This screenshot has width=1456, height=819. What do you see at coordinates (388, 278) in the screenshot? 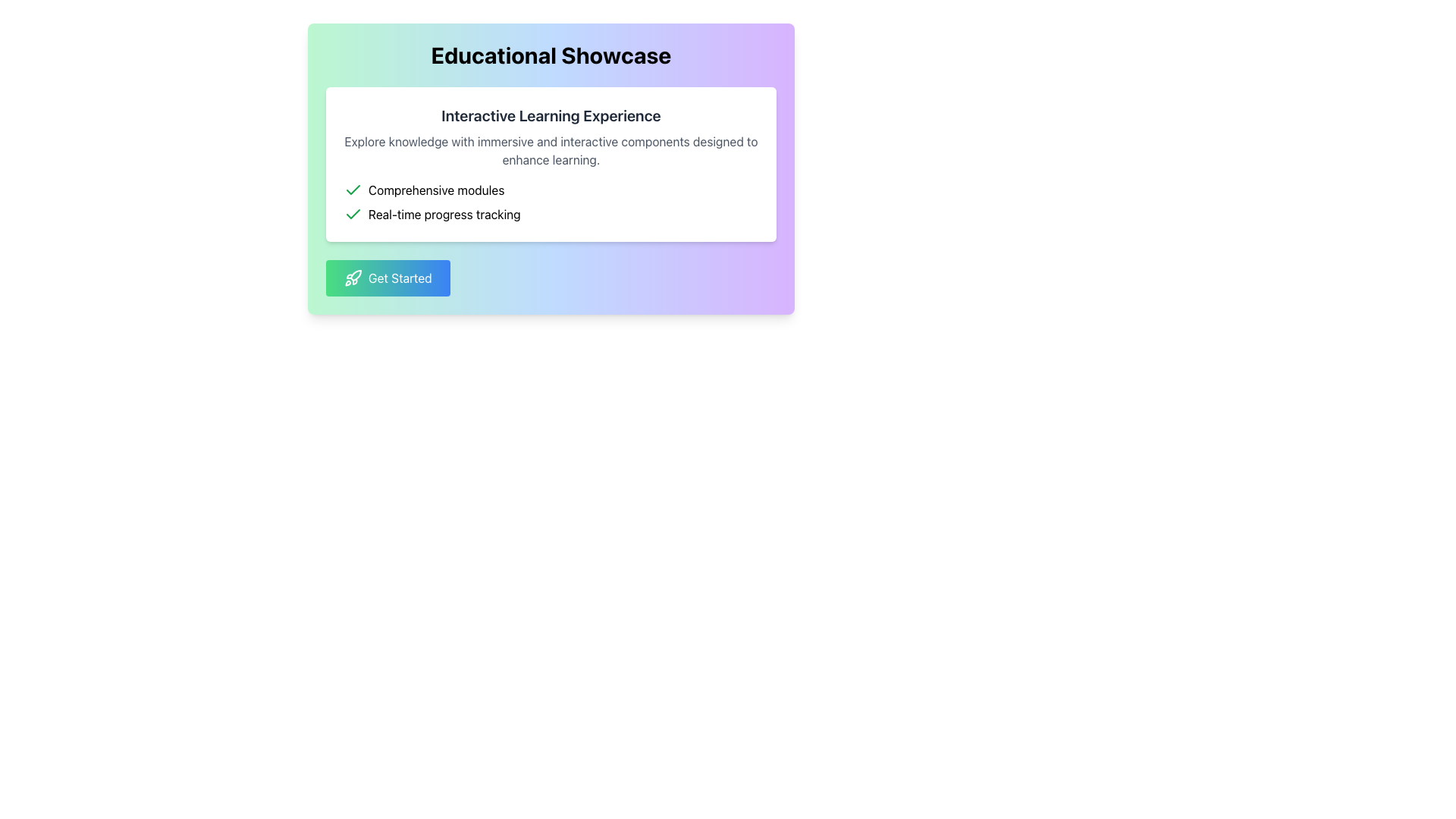
I see `the 'Get Started' button with a gradient background transitioning from green to blue for keyboard navigation` at bounding box center [388, 278].